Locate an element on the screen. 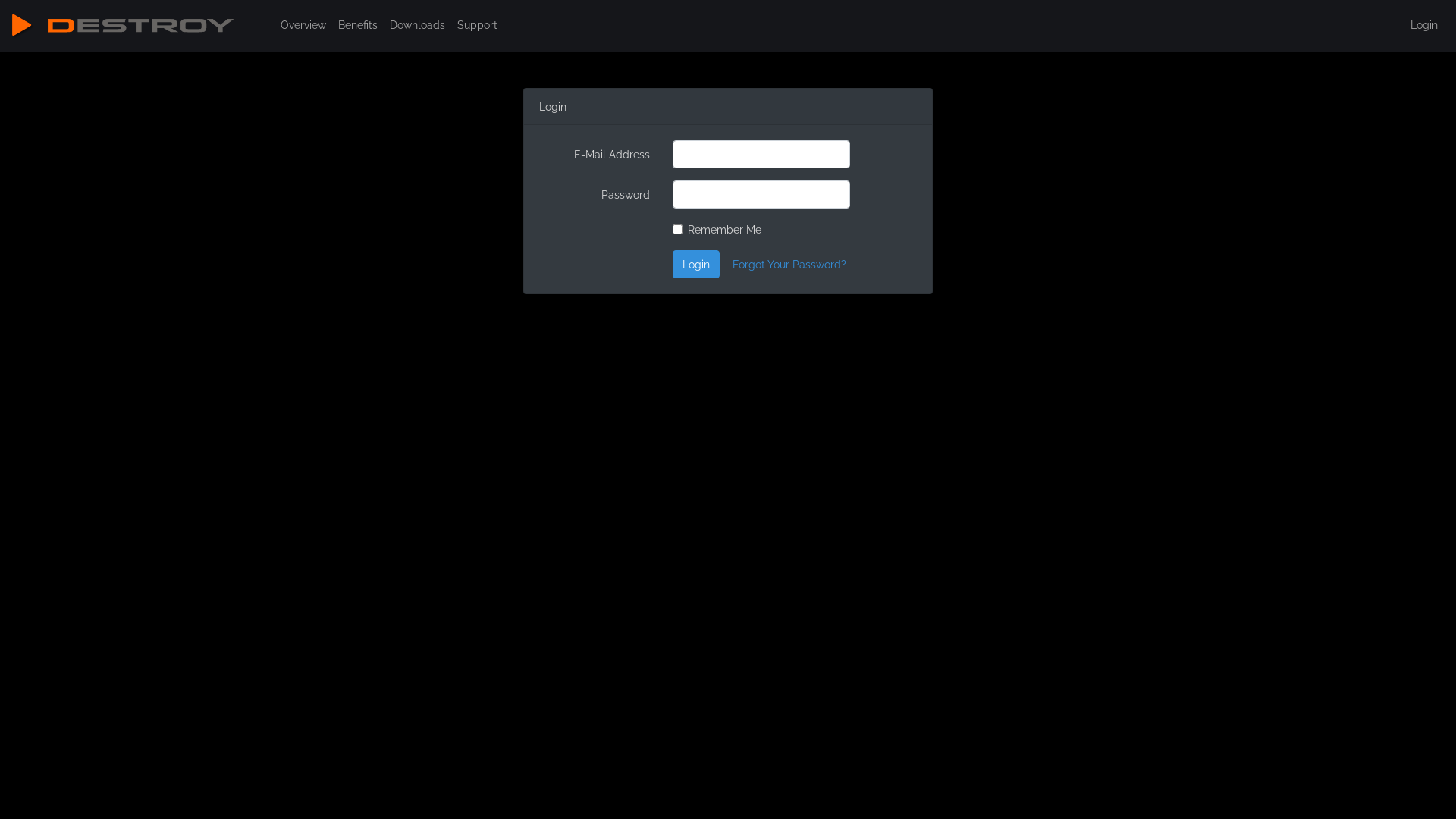 Image resolution: width=1456 pixels, height=819 pixels. 'Overview' is located at coordinates (274, 24).